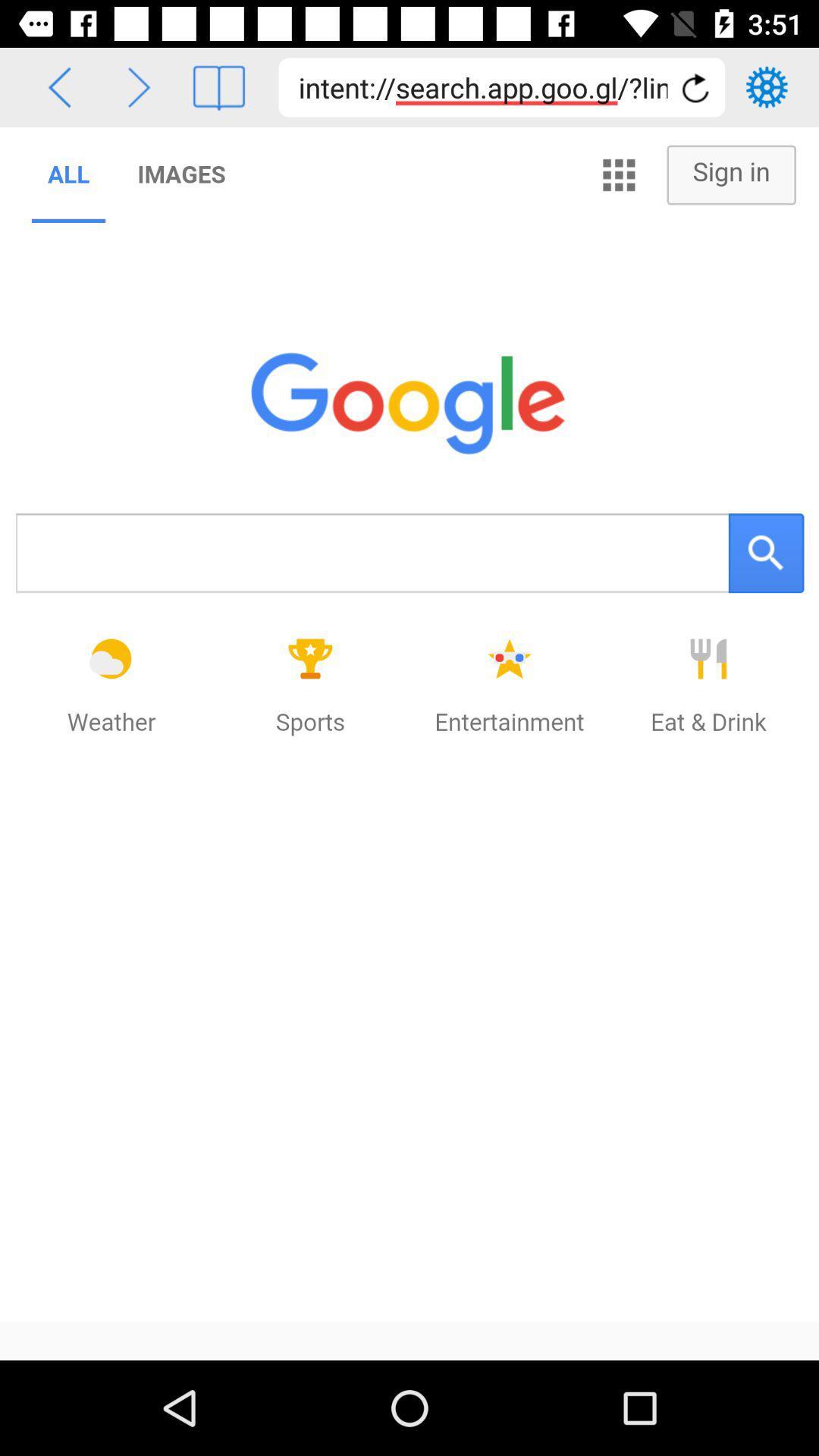 The width and height of the screenshot is (819, 1456). What do you see at coordinates (139, 86) in the screenshot?
I see `the arrow_forward icon` at bounding box center [139, 86].